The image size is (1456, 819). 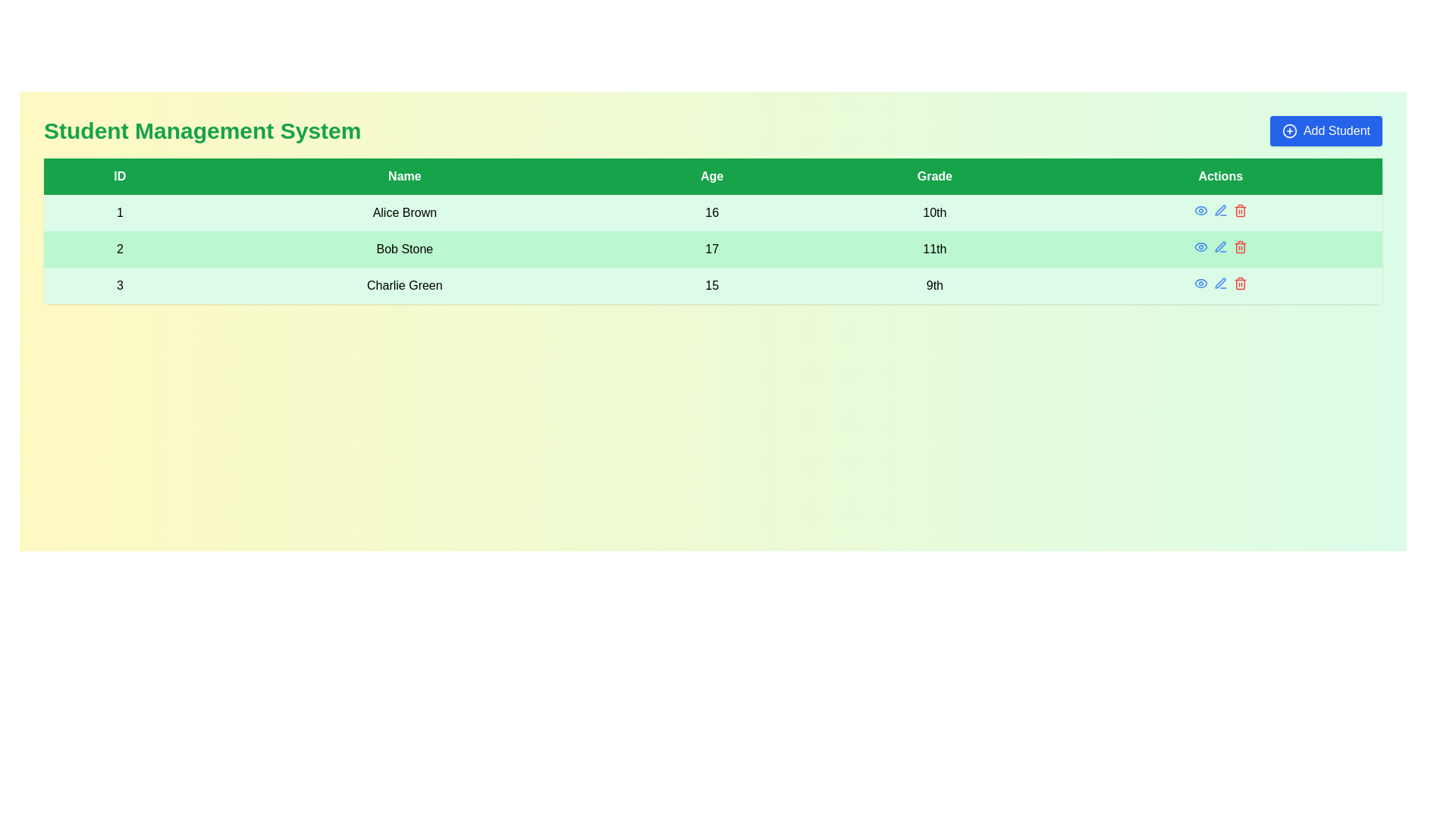 What do you see at coordinates (712, 213) in the screenshot?
I see `the first table row containing the data cells '1' (ID), 'Alice Brown' (Name), '16' (Age), and '10th' (Grade), which is visually separated by alternating green hues` at bounding box center [712, 213].